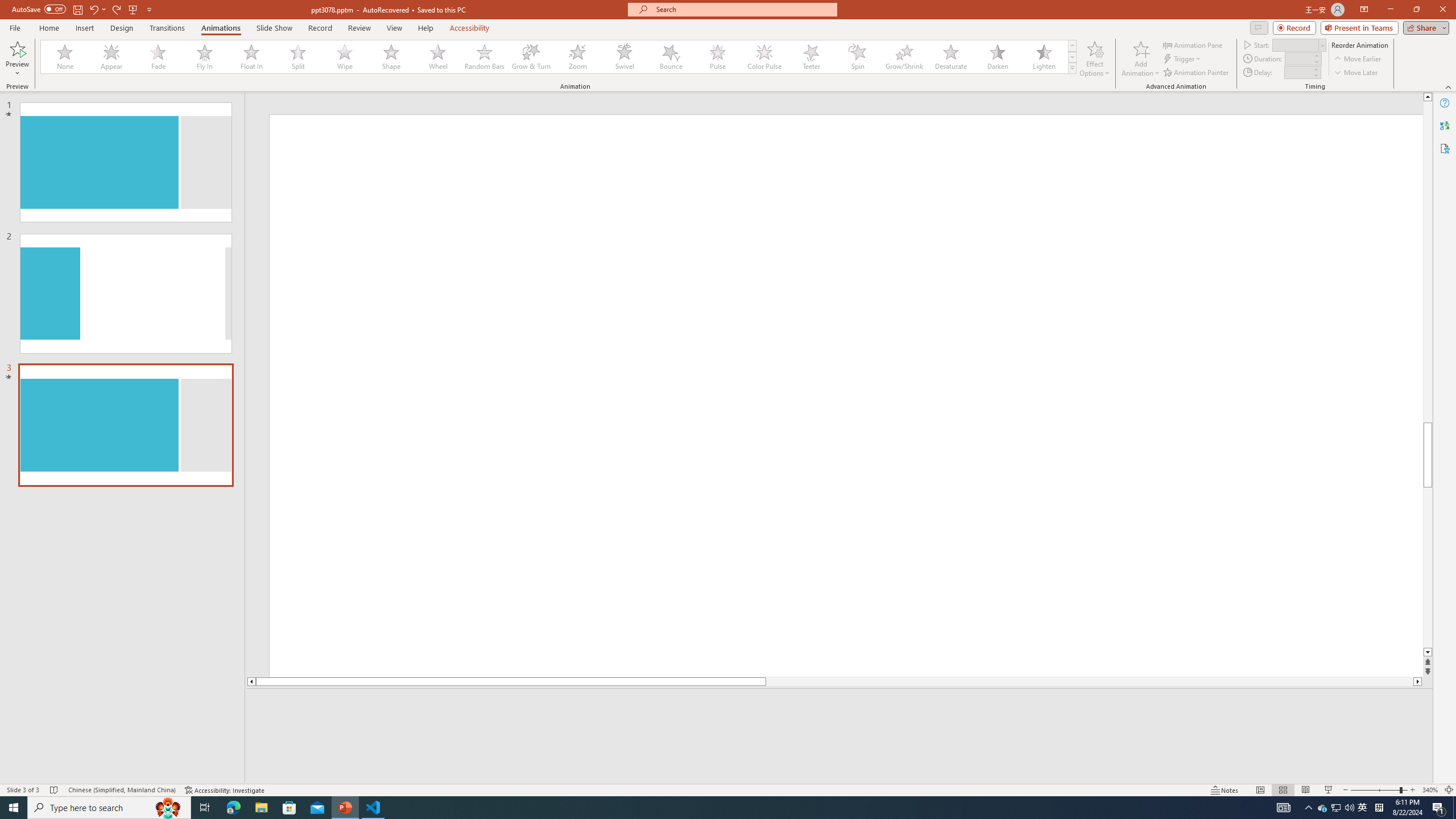 The image size is (1456, 819). Describe the element at coordinates (1182, 59) in the screenshot. I see `'Trigger'` at that location.